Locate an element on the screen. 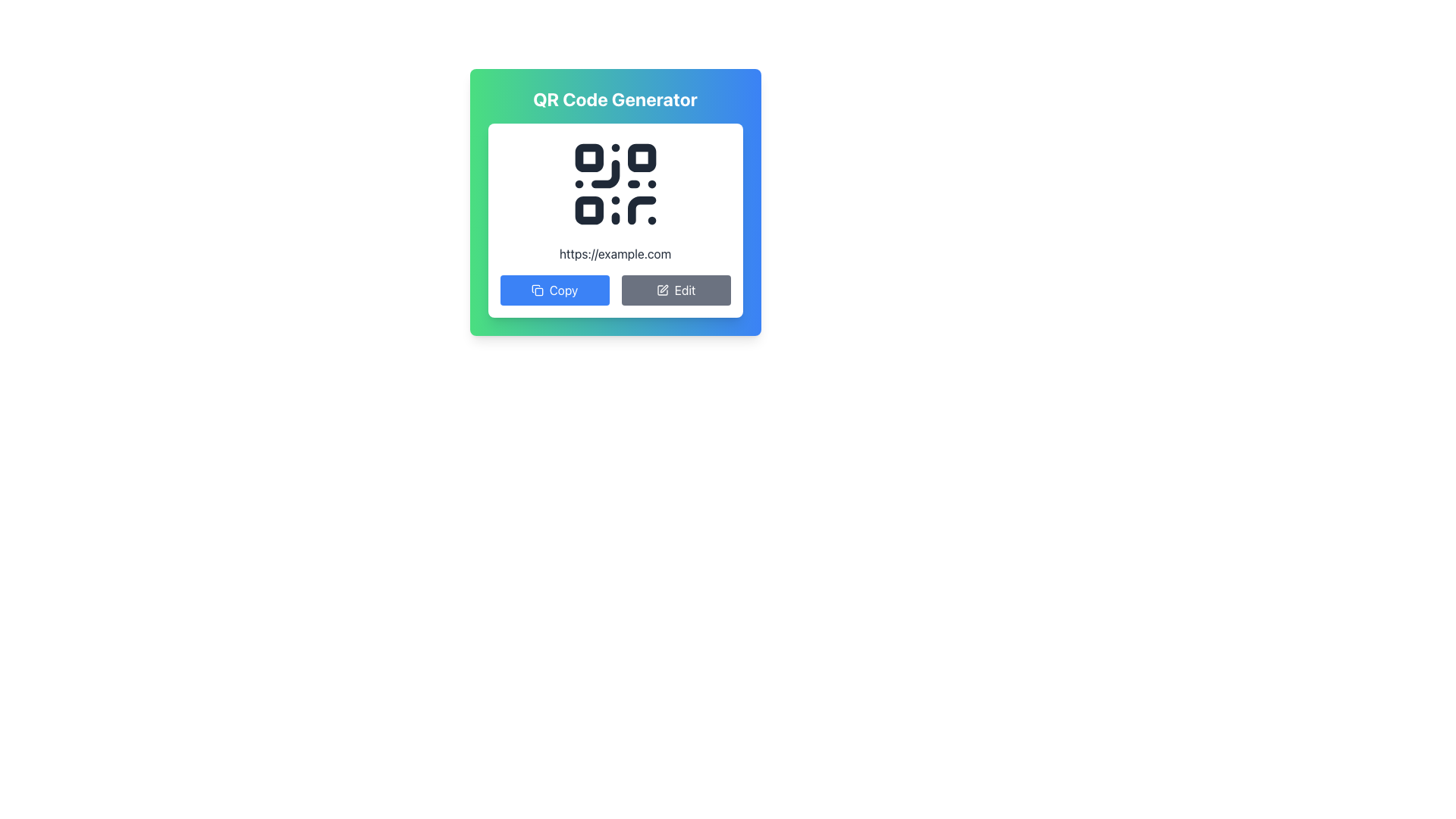 This screenshot has width=1456, height=819. the small graphical icon resembling a pen or pencil, which signifies an editing action, located within the SVG element near the 'Edit' button on the QR code generator card is located at coordinates (664, 289).